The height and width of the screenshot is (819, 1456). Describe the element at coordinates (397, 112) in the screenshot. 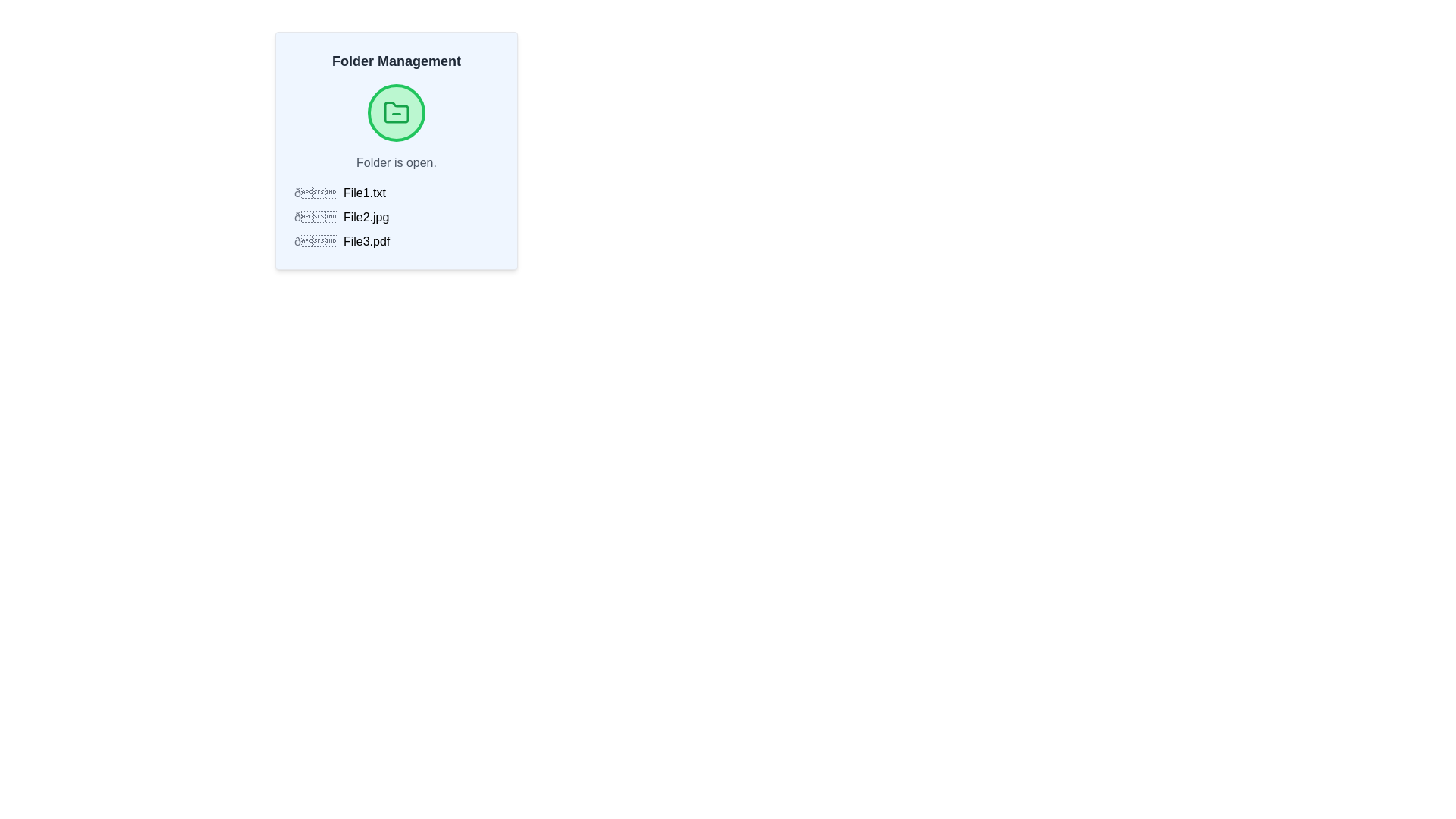

I see `the circular green button with a folder icon and minus sign located in the 'Folder Management' widget to trigger the tooltip or visual effect` at that location.